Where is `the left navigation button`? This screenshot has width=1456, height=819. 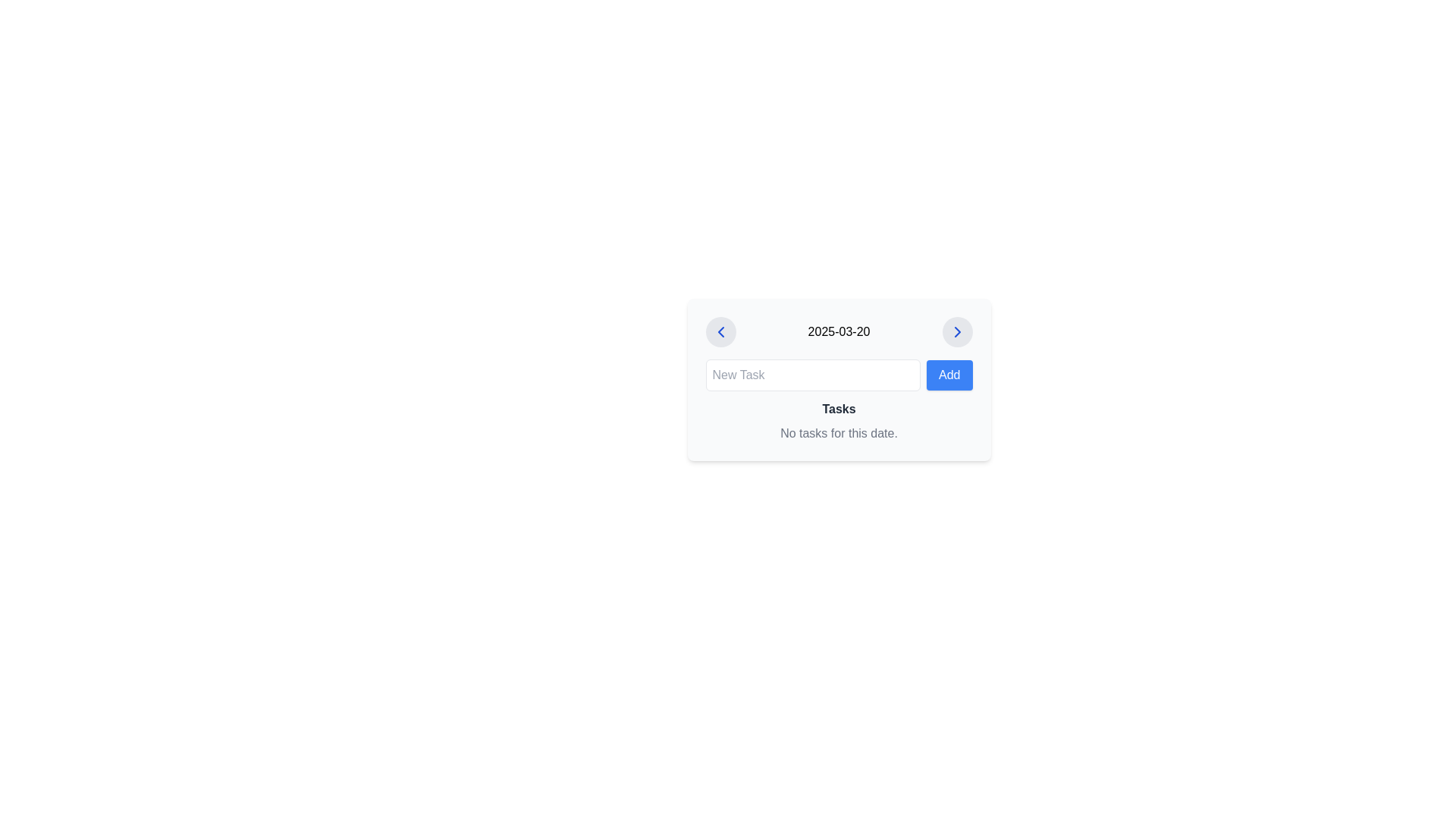
the left navigation button is located at coordinates (720, 331).